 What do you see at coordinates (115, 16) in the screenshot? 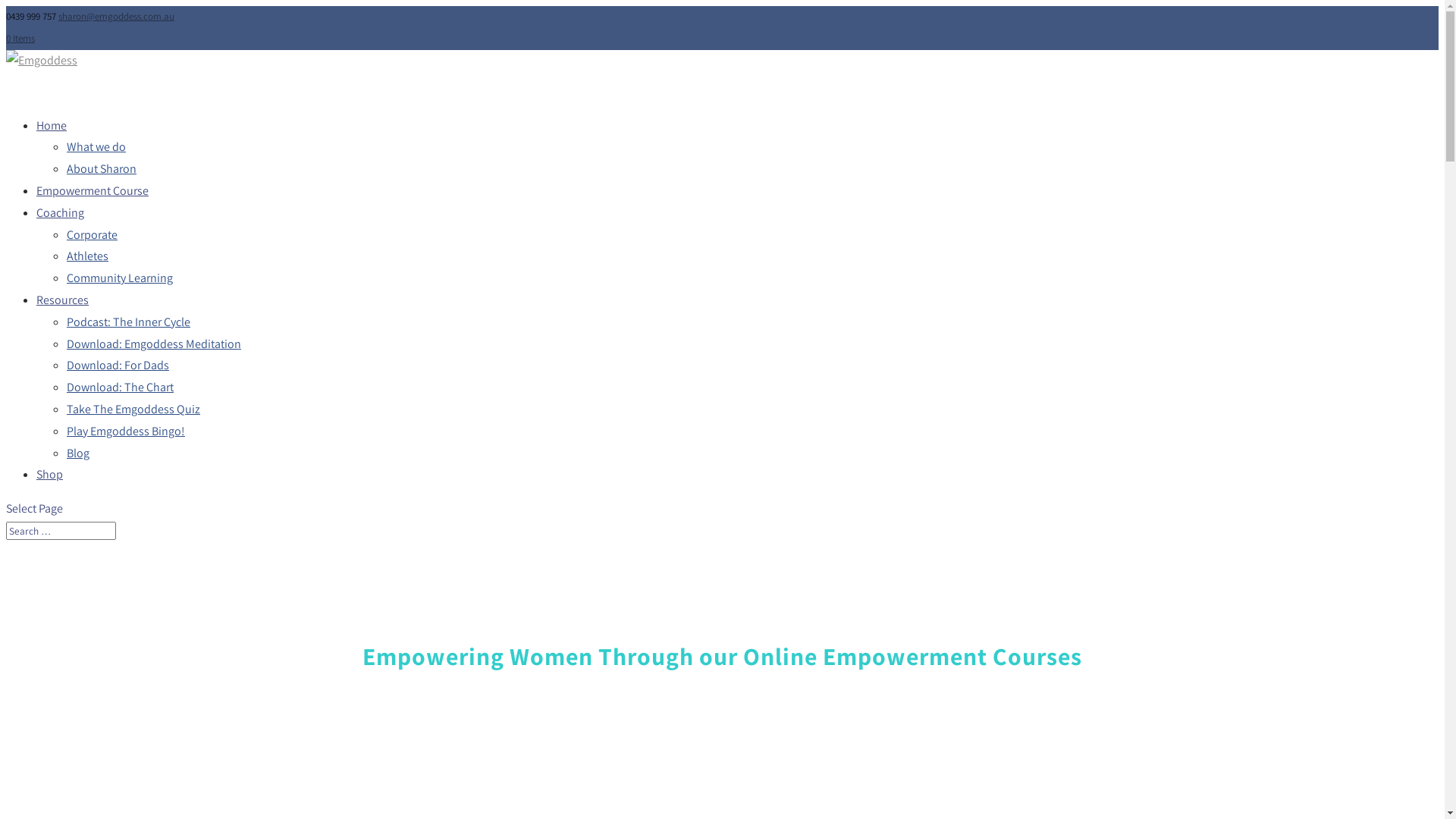
I see `'sharon@emgoddess.com.au'` at bounding box center [115, 16].